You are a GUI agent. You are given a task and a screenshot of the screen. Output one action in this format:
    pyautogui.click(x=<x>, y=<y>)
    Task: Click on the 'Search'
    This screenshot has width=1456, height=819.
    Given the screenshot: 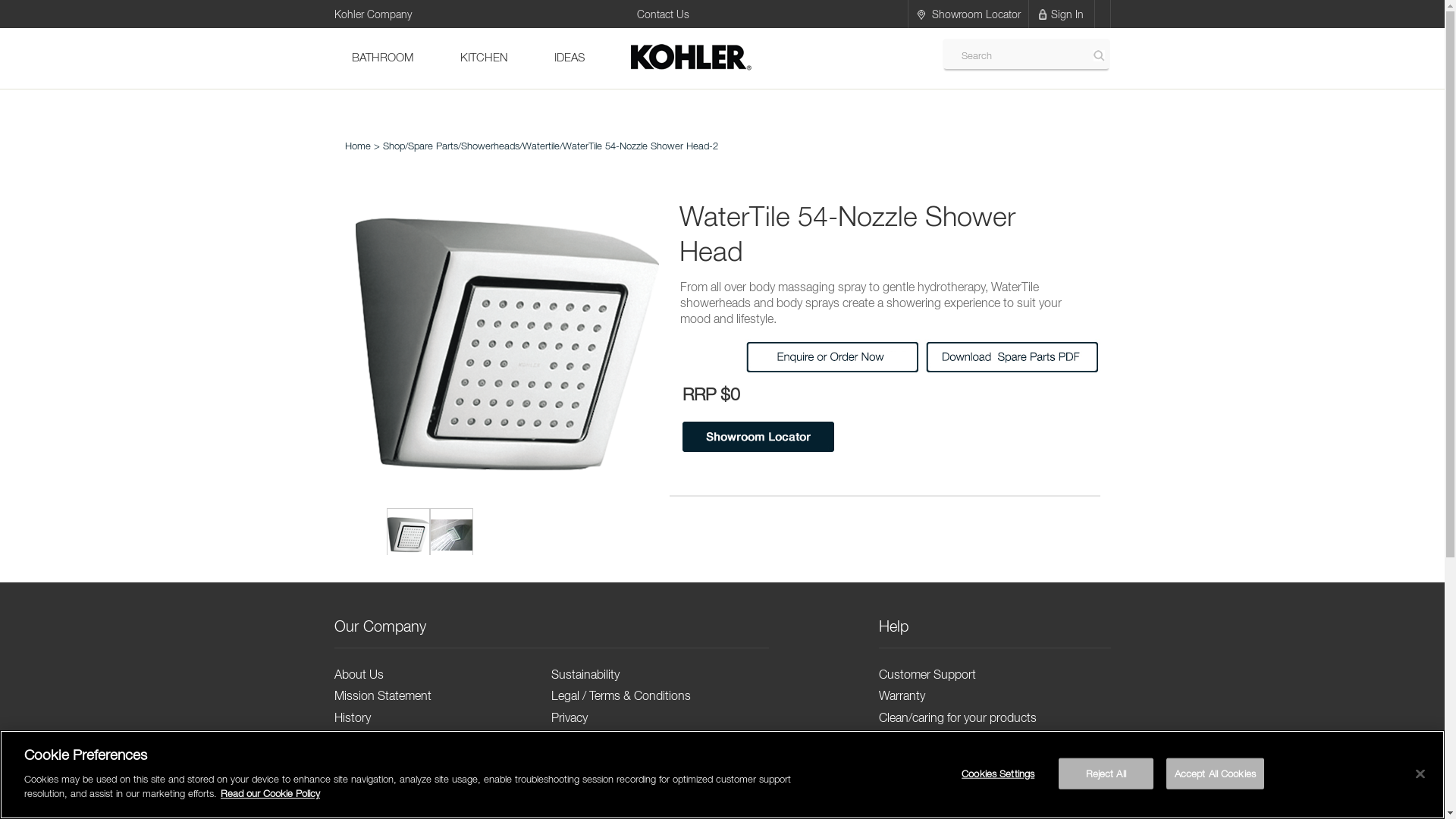 What is the action you would take?
    pyautogui.click(x=1099, y=55)
    